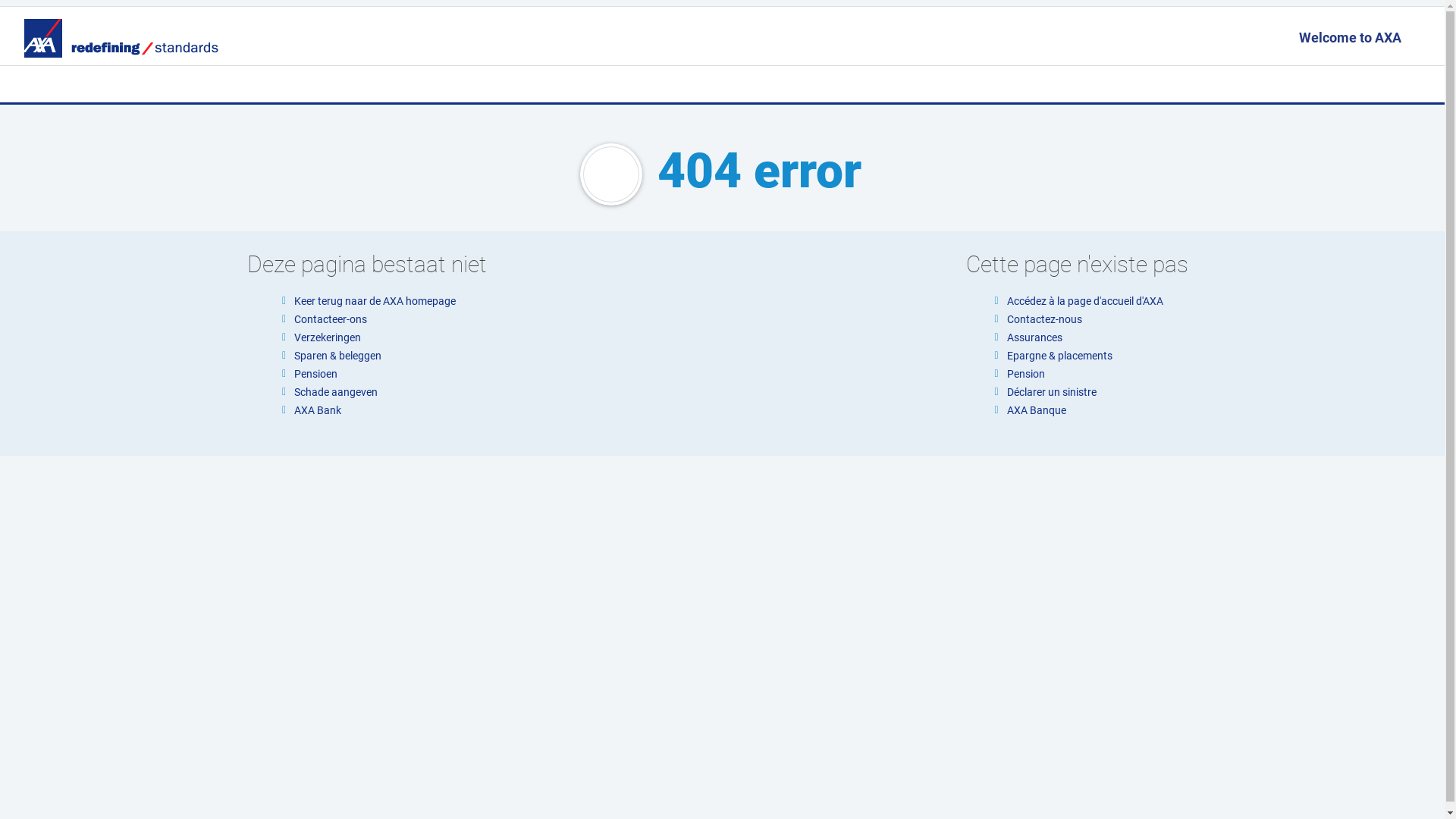 This screenshot has height=819, width=1456. I want to click on 'Schade aangeven', so click(334, 391).